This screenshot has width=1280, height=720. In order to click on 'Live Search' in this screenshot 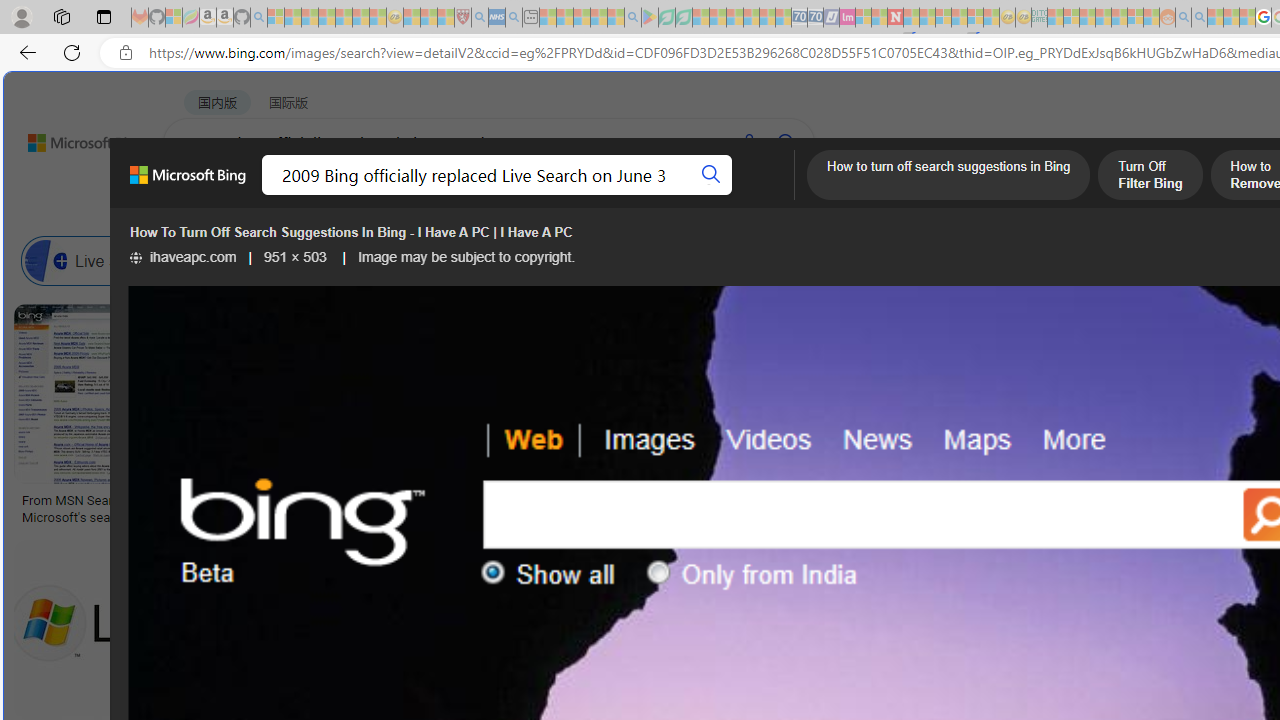, I will do `click(46, 260)`.